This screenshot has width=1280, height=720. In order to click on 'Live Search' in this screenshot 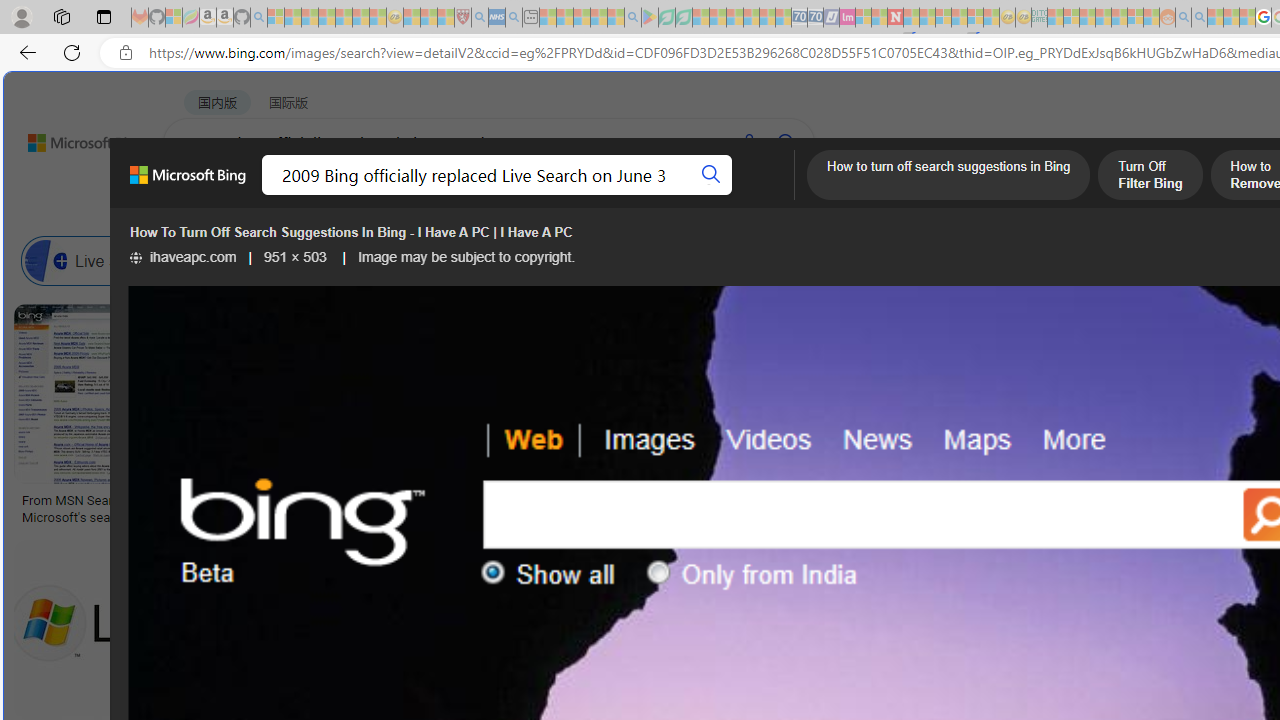, I will do `click(46, 260)`.